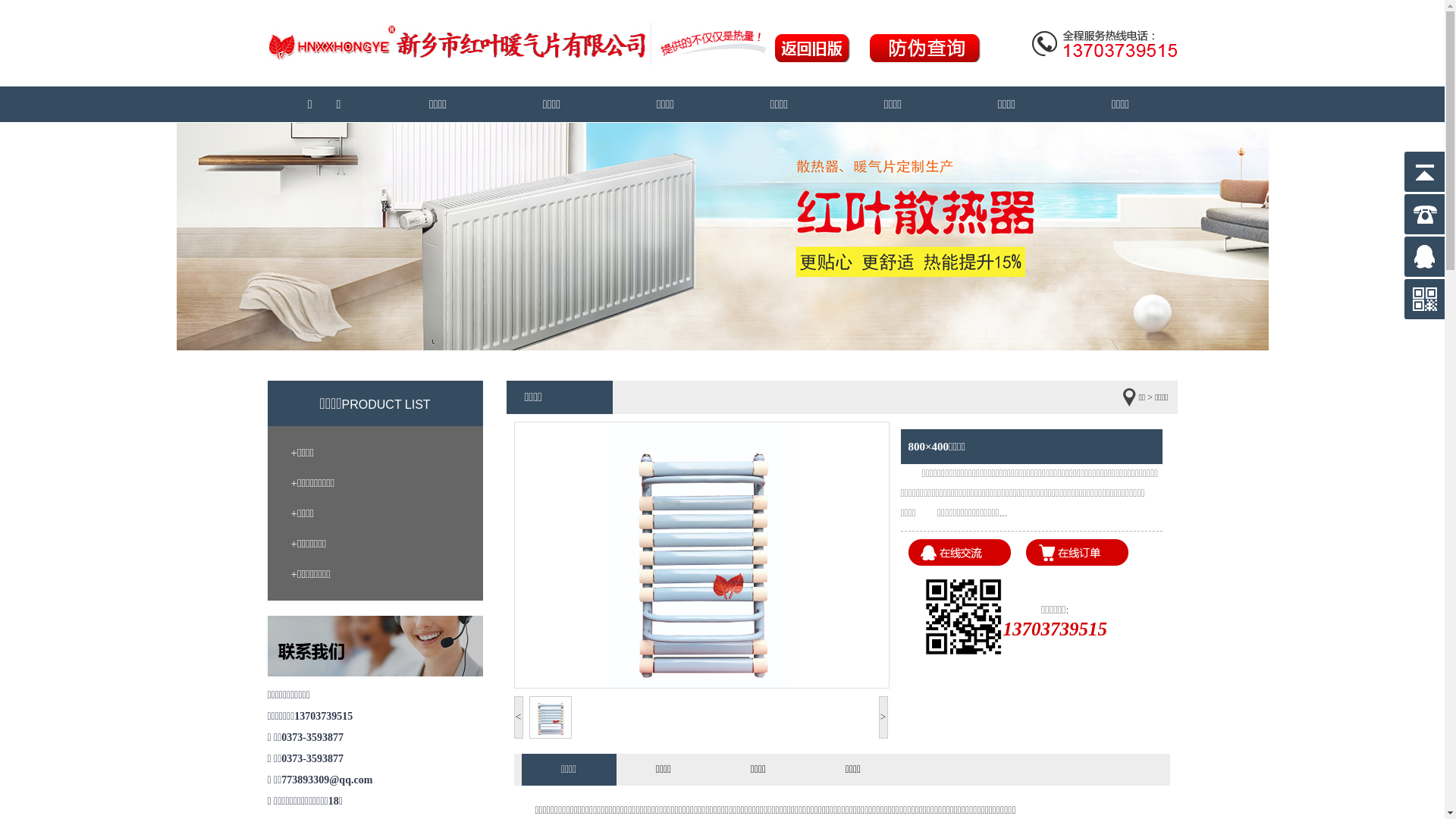  What do you see at coordinates (883, 717) in the screenshot?
I see `'>'` at bounding box center [883, 717].